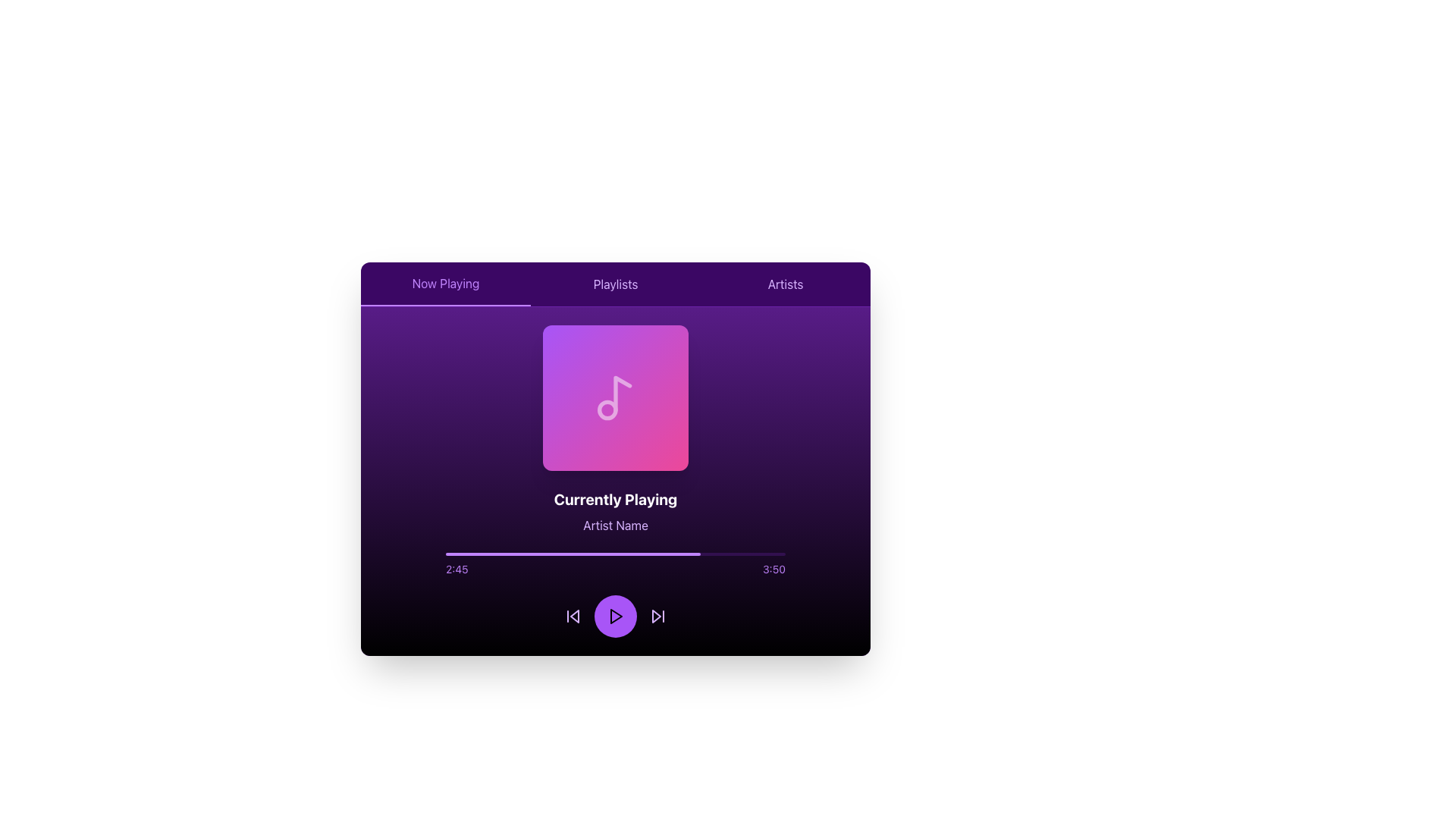  Describe the element at coordinates (615, 617) in the screenshot. I see `the play button with an embedded SVG play icon located at the bottom center of the interface to initiate or resume playback of media` at that location.